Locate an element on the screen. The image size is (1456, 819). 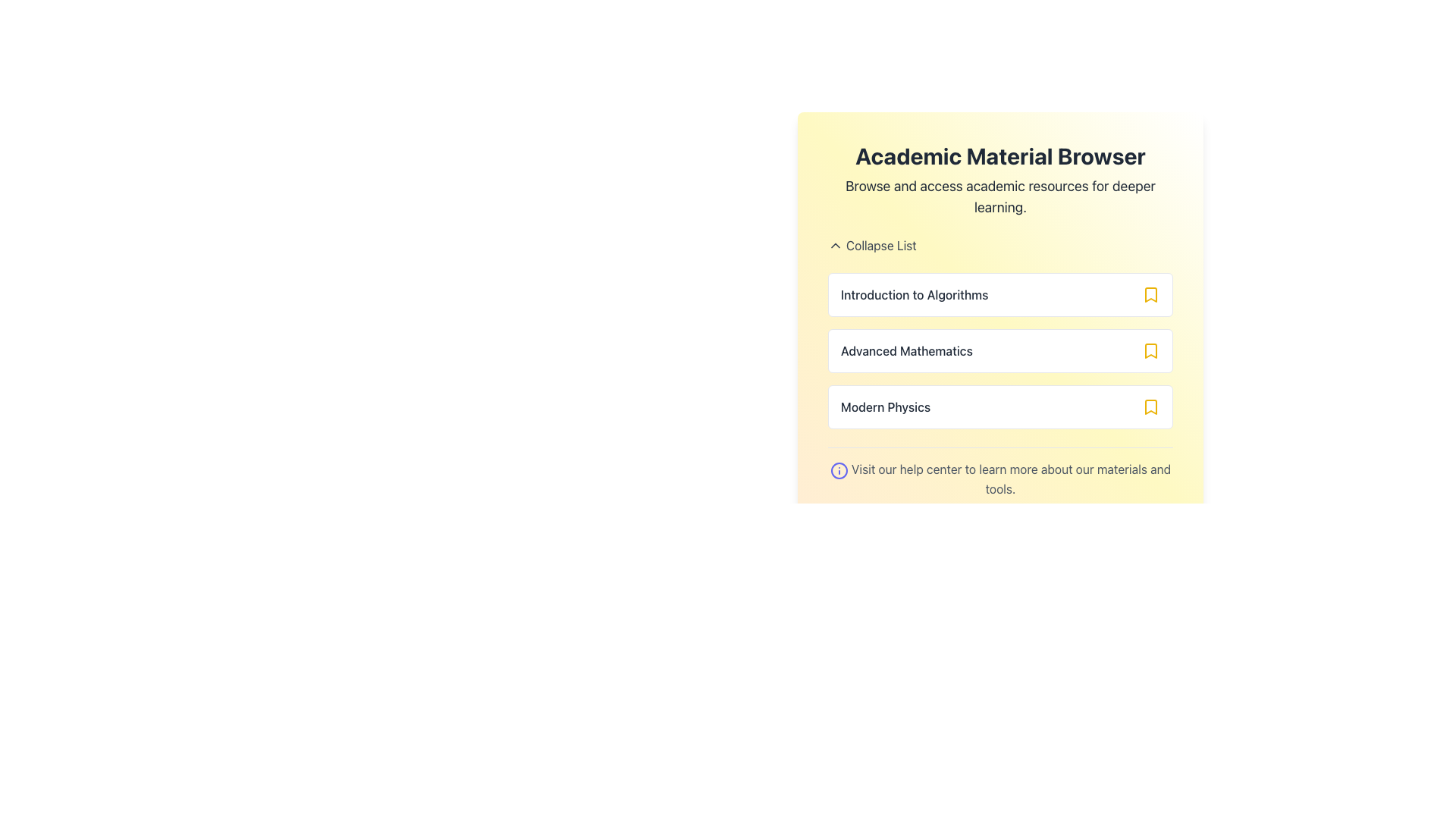
the circular information icon element, which is styled in blue and located at the lower section of the interface, near the help center prompt is located at coordinates (838, 469).